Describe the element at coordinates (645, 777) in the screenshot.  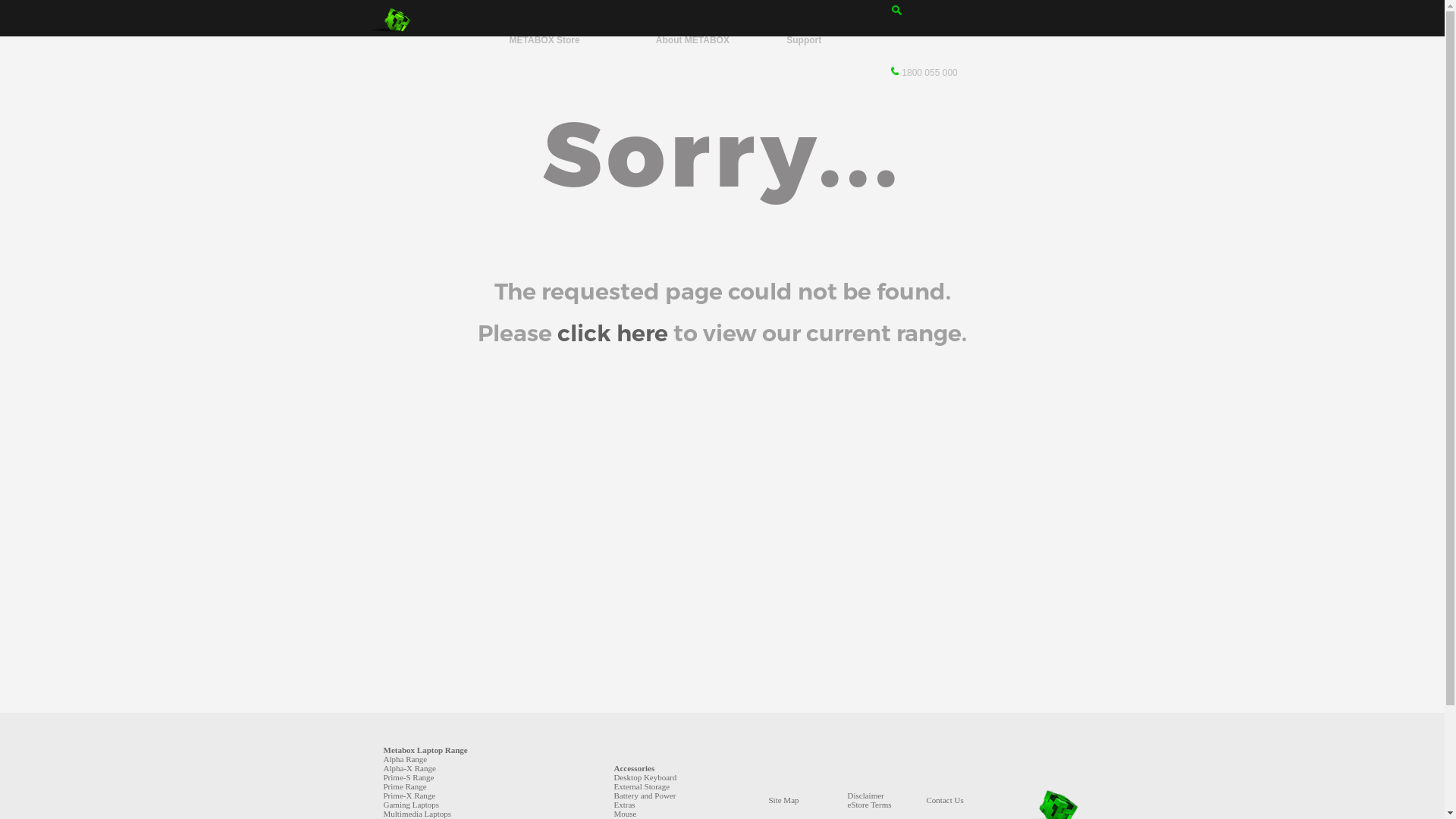
I see `'Desktop Keyboard'` at that location.